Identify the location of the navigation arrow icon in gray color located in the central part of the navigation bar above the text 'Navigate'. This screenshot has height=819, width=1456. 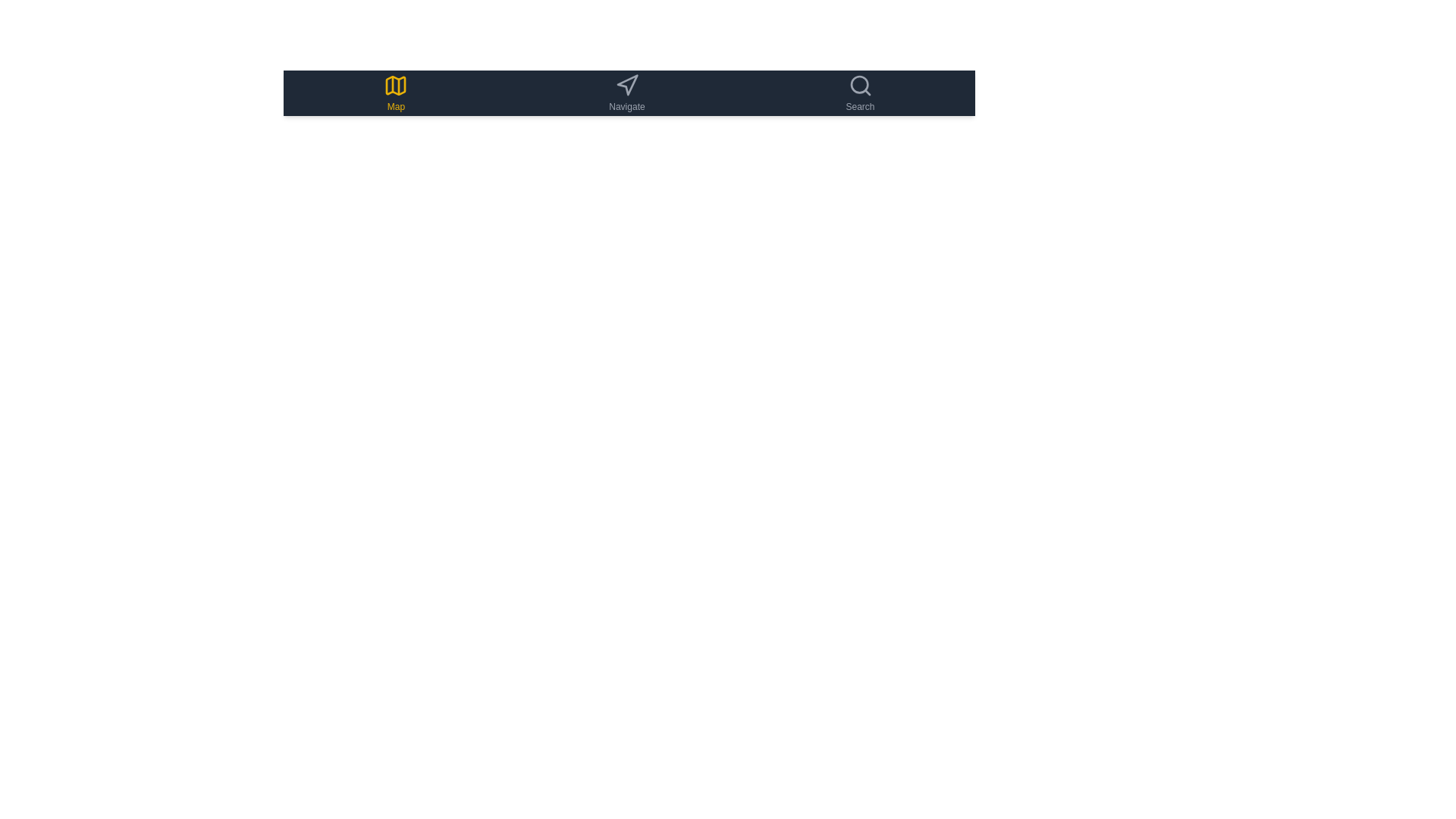
(626, 85).